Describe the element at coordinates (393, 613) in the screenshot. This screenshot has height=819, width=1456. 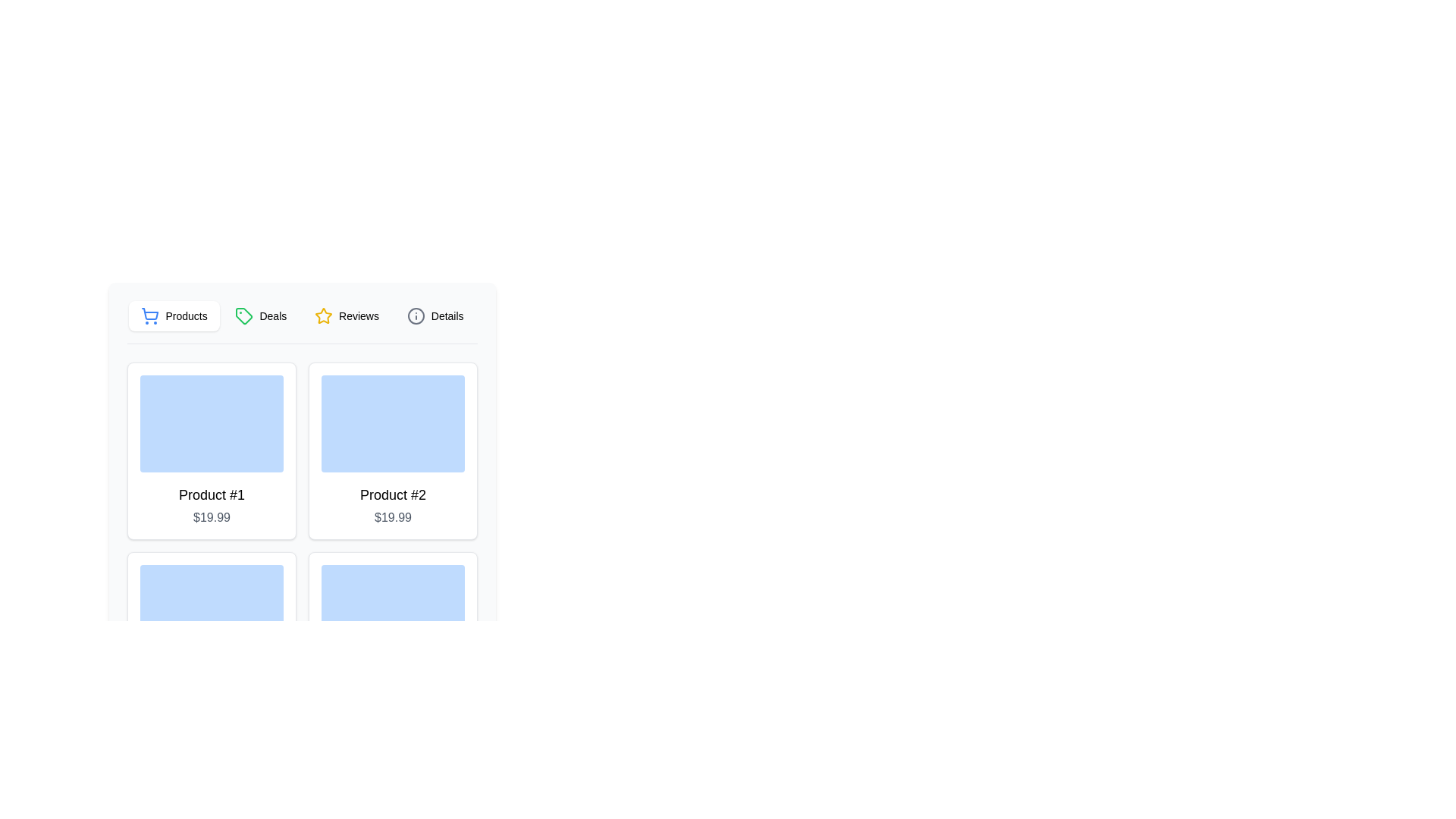
I see `the image placeholder with a soft blue background and rounded corners located in the fourth card of the grid layout, directly above 'Product #4' and '$19.99'` at that location.